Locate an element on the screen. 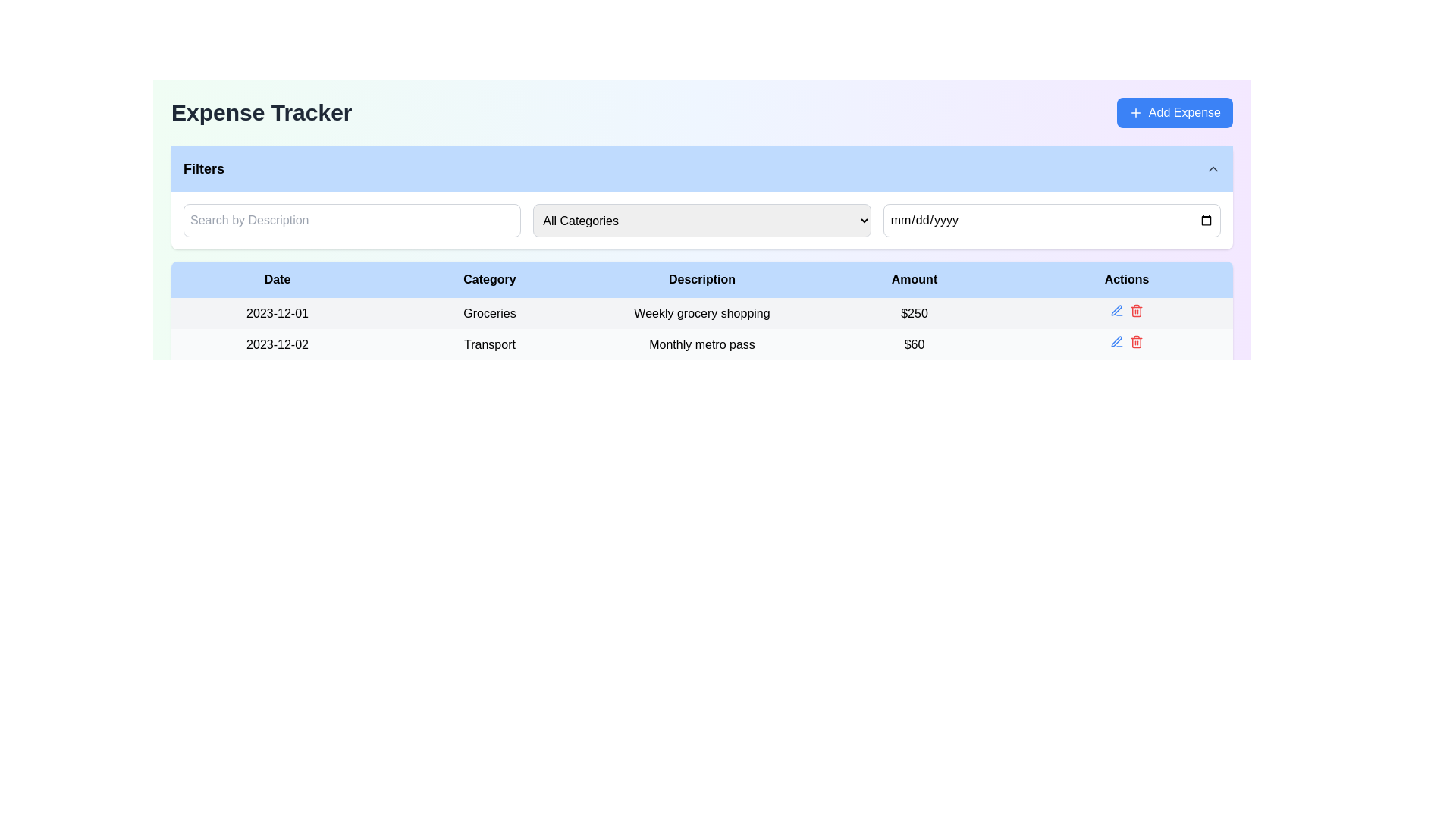 This screenshot has width=1456, height=819. the pen icon button in the 'Actions' column of the second row is located at coordinates (1116, 309).